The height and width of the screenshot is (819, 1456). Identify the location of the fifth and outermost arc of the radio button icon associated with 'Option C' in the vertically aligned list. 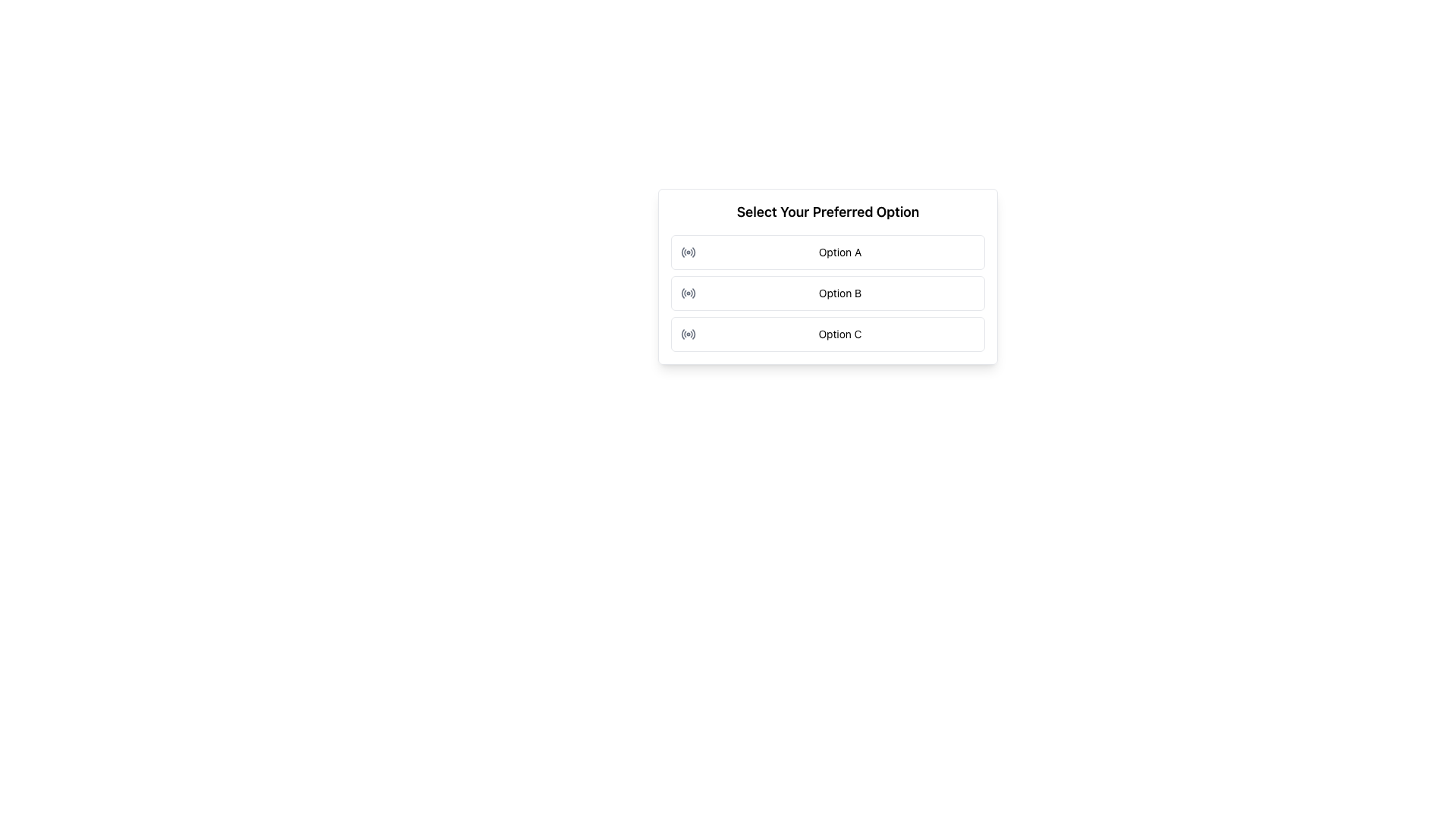
(693, 333).